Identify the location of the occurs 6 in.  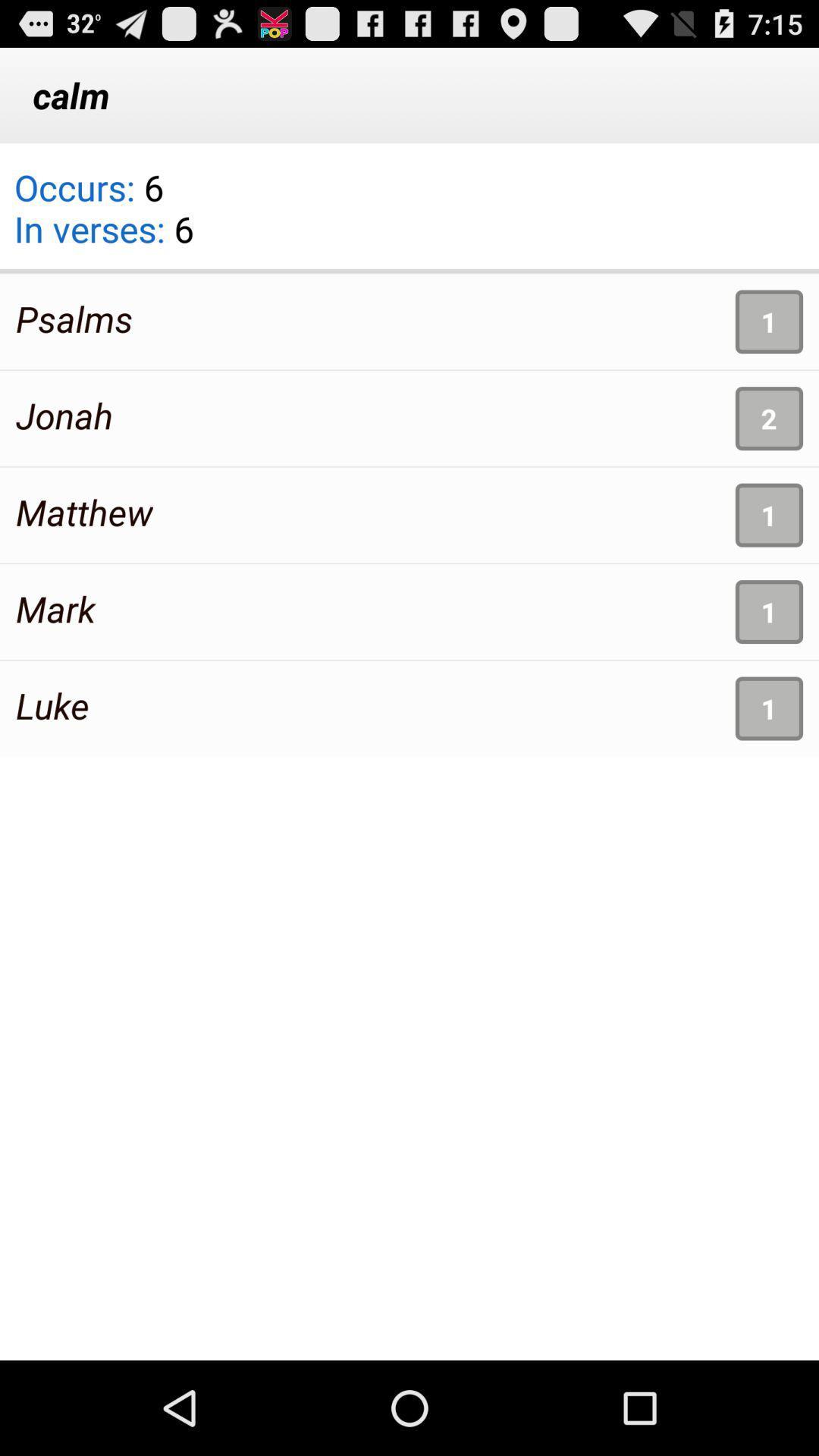
(103, 217).